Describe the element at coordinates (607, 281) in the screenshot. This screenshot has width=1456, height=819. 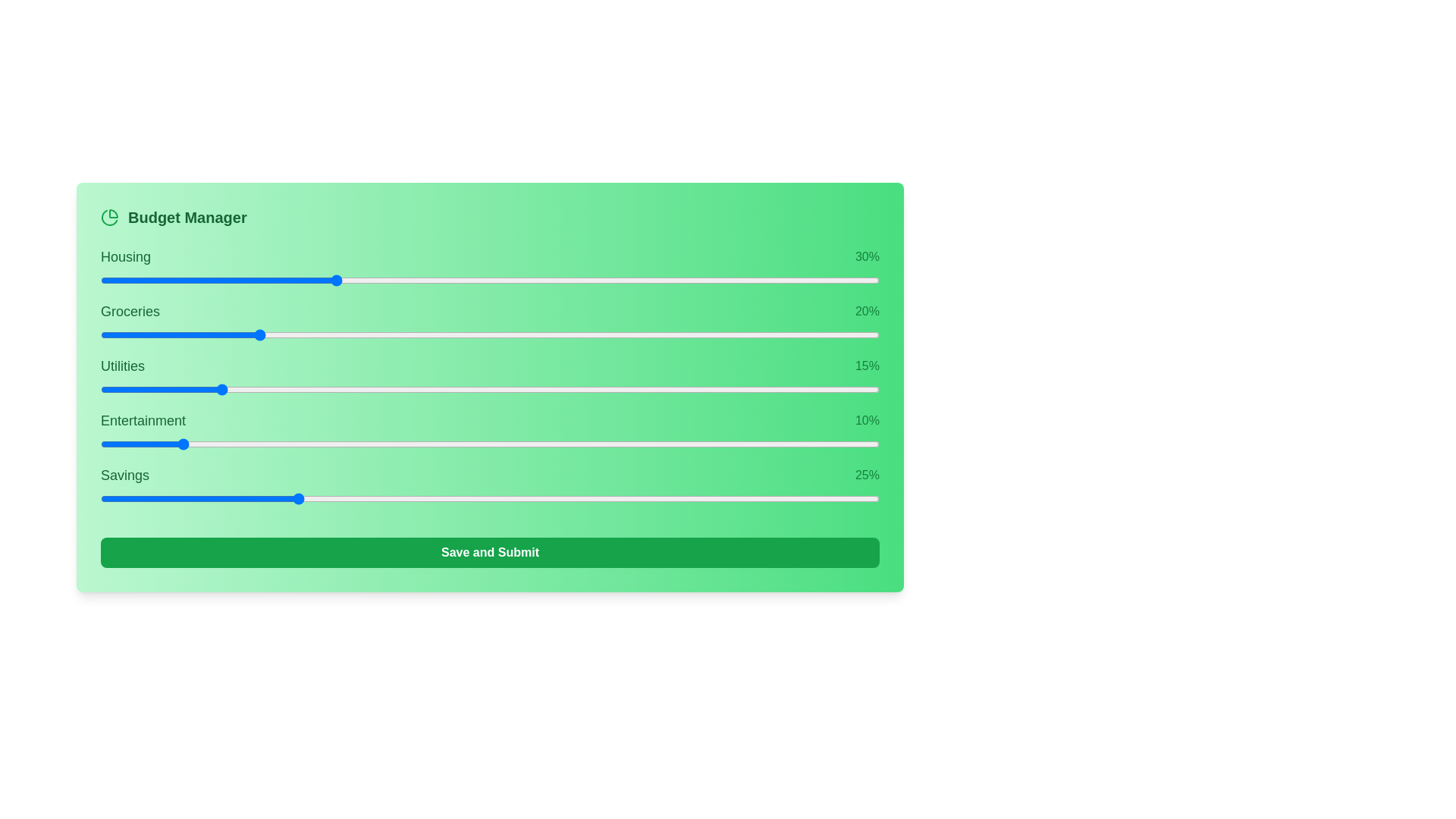
I see `the slider for 0 to 30% allocation` at that location.